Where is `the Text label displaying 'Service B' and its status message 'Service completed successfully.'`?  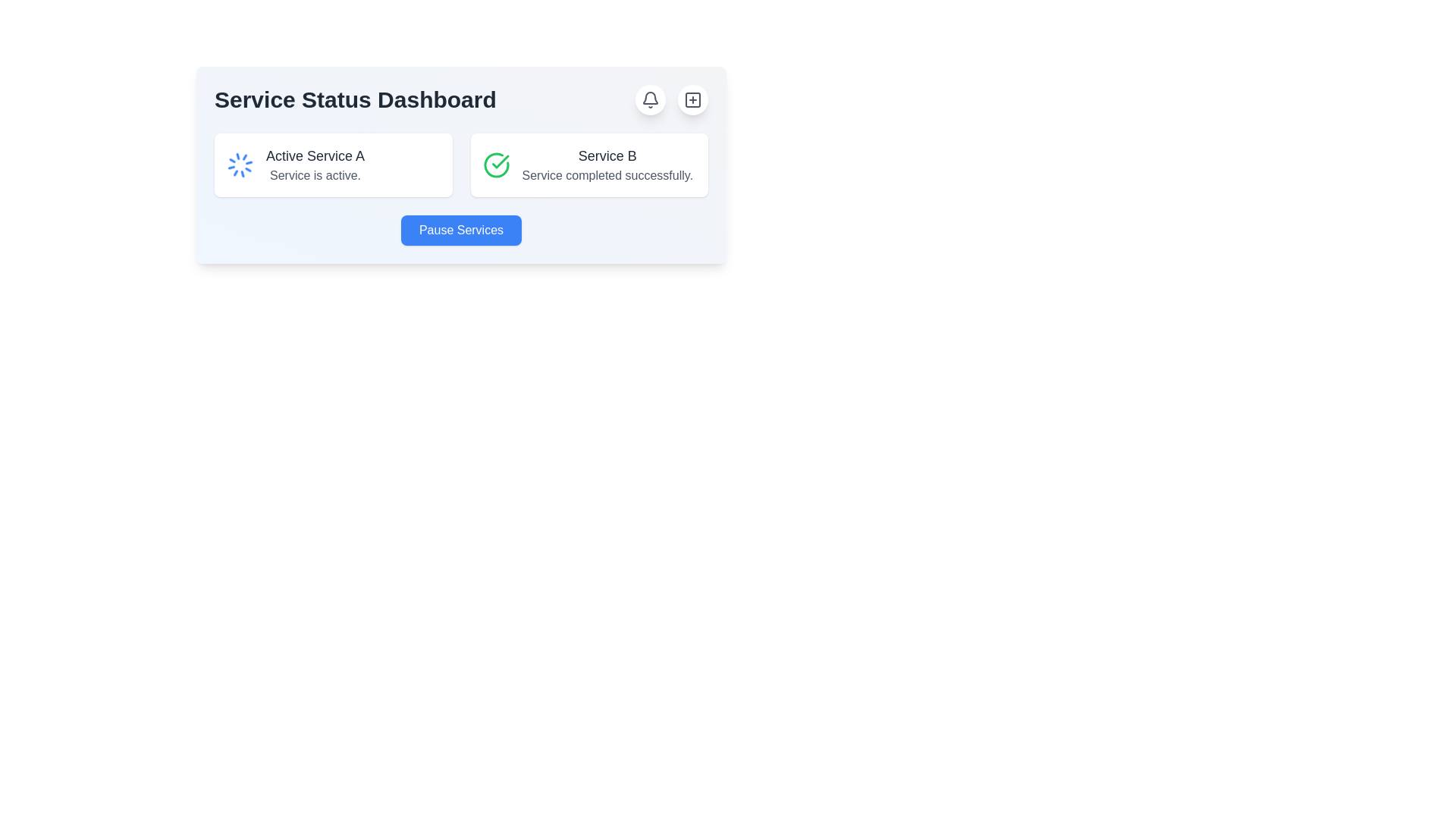
the Text label displaying 'Service B' and its status message 'Service completed successfully.' is located at coordinates (607, 155).